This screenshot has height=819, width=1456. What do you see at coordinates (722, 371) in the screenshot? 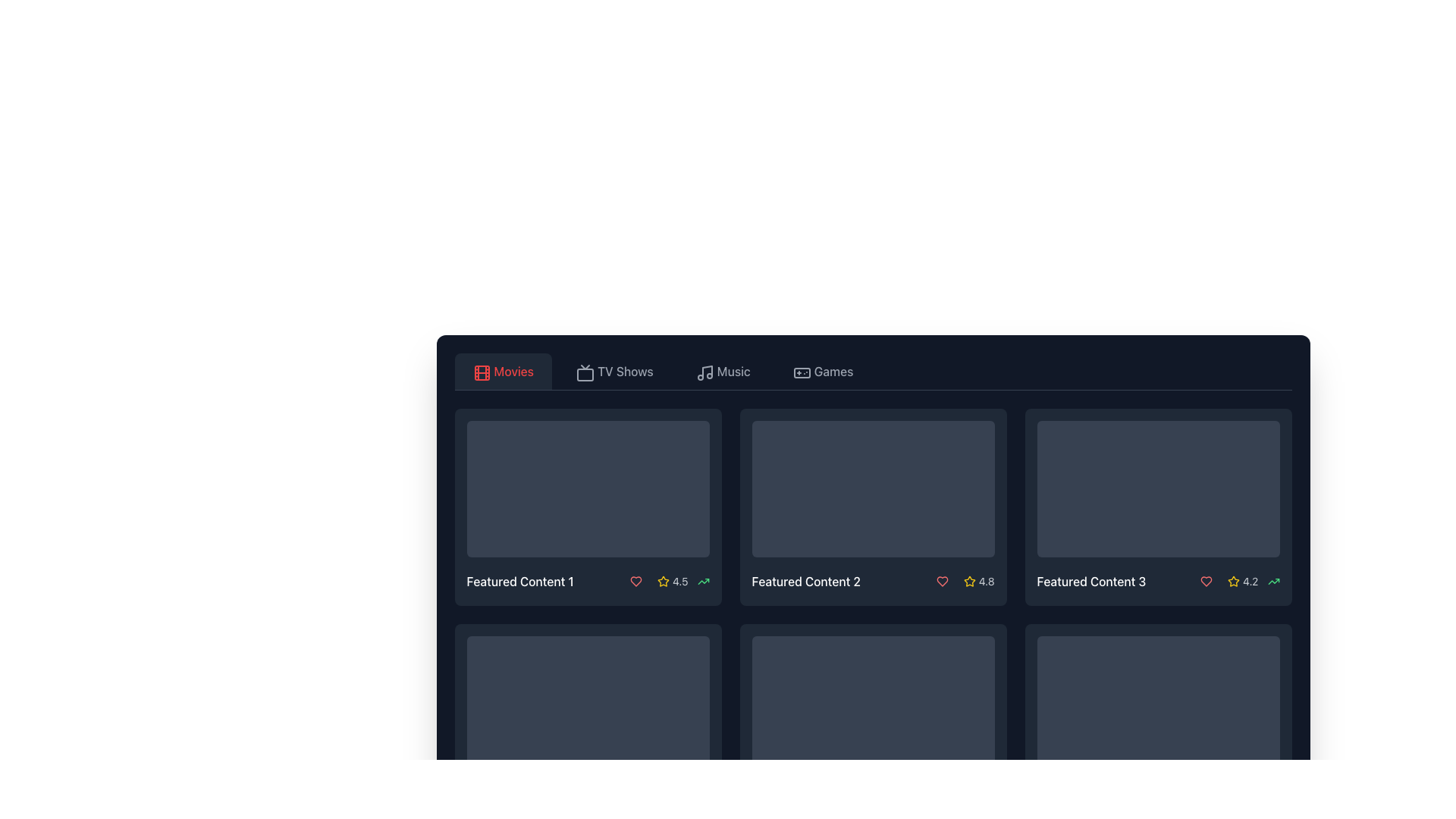
I see `the 'Music' navigation button located in the horizontal menu bar at the top of the interface, positioned between 'TV Shows' and 'Games', to change its appearance` at bounding box center [722, 371].